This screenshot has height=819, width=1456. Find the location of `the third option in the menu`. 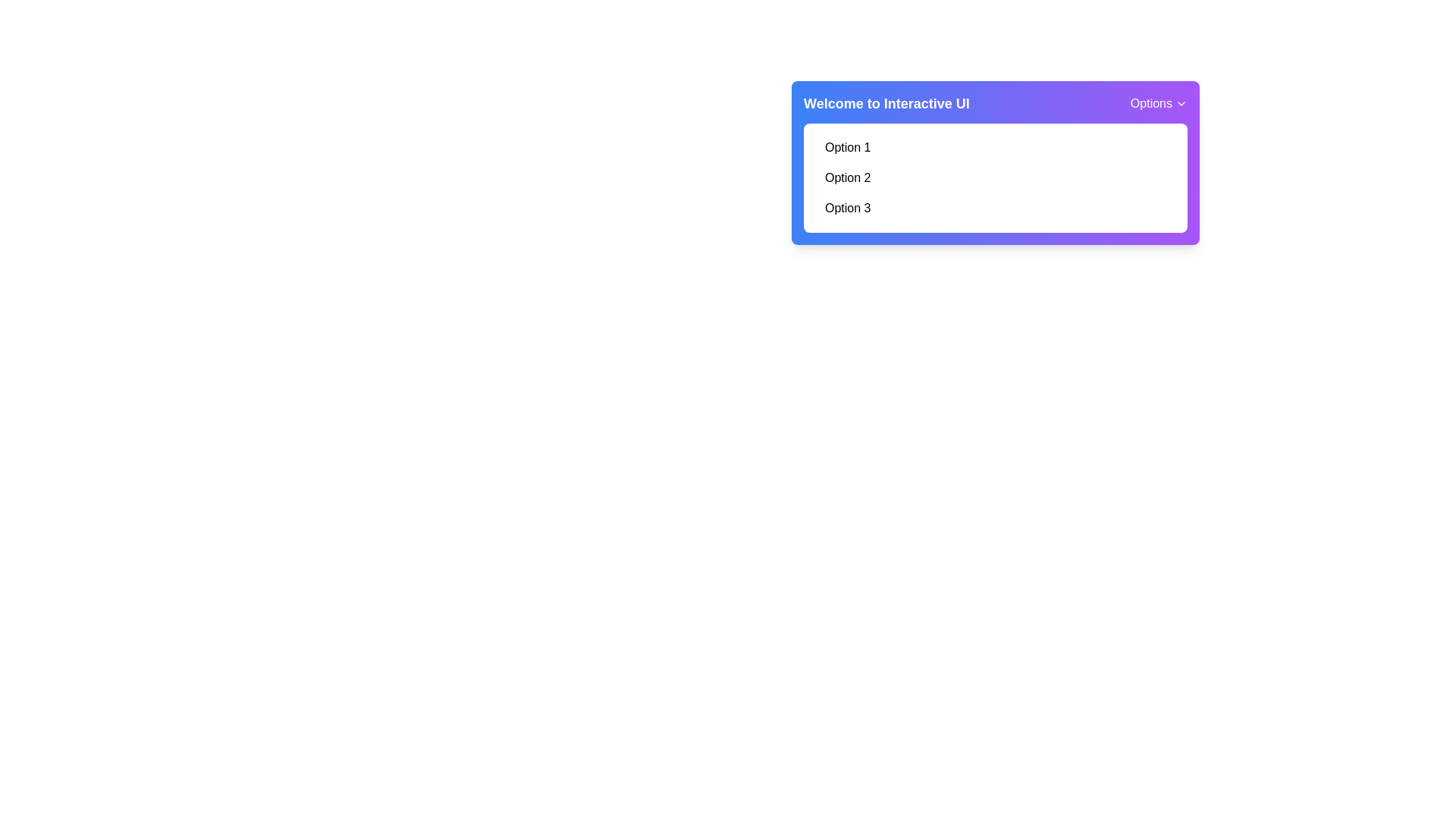

the third option in the menu is located at coordinates (996, 208).